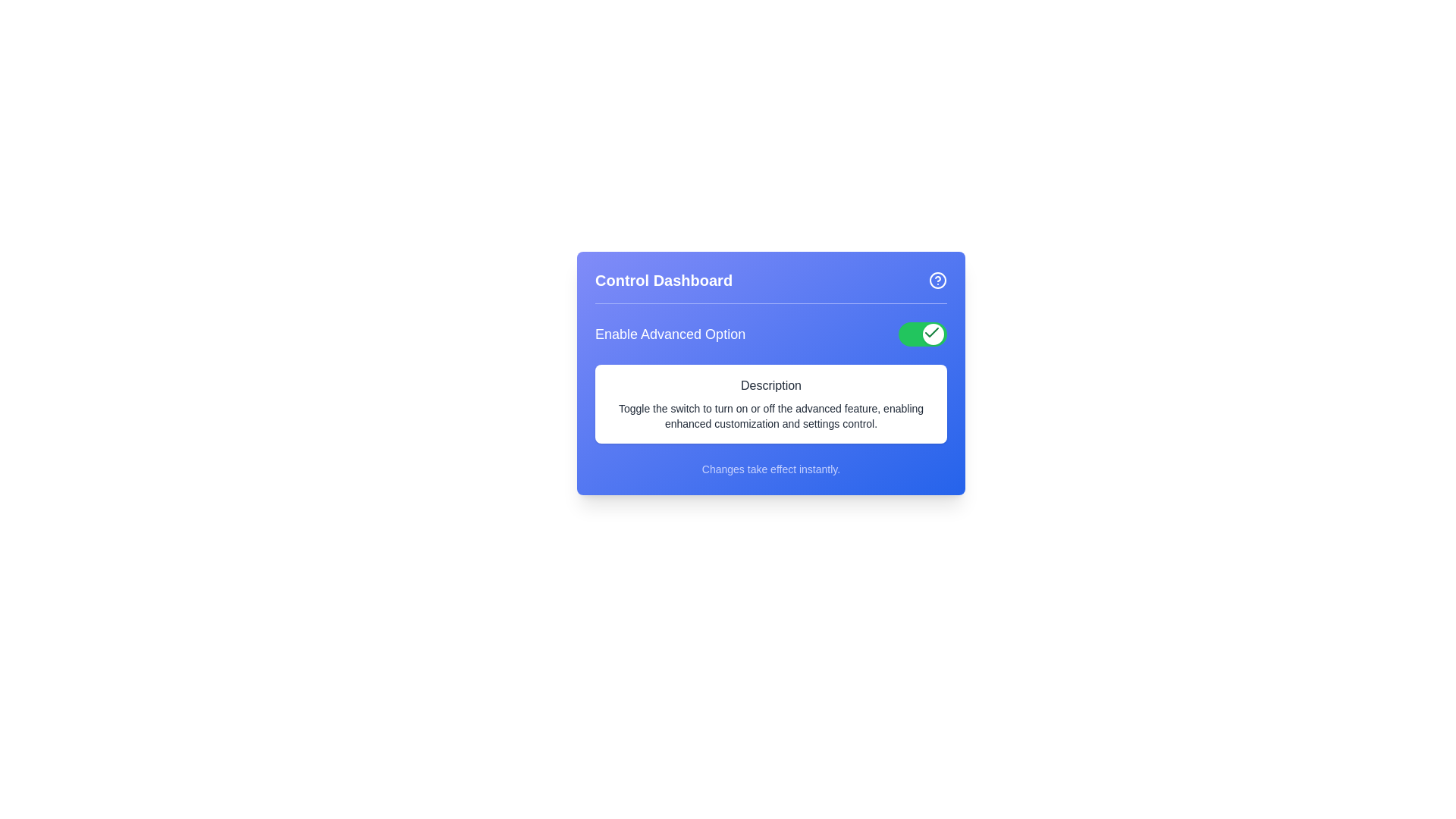 The image size is (1456, 819). Describe the element at coordinates (771, 333) in the screenshot. I see `the toggle switch labeled 'Enable Advanced Option' located in the blue panel 'Control Dashboard'` at that location.